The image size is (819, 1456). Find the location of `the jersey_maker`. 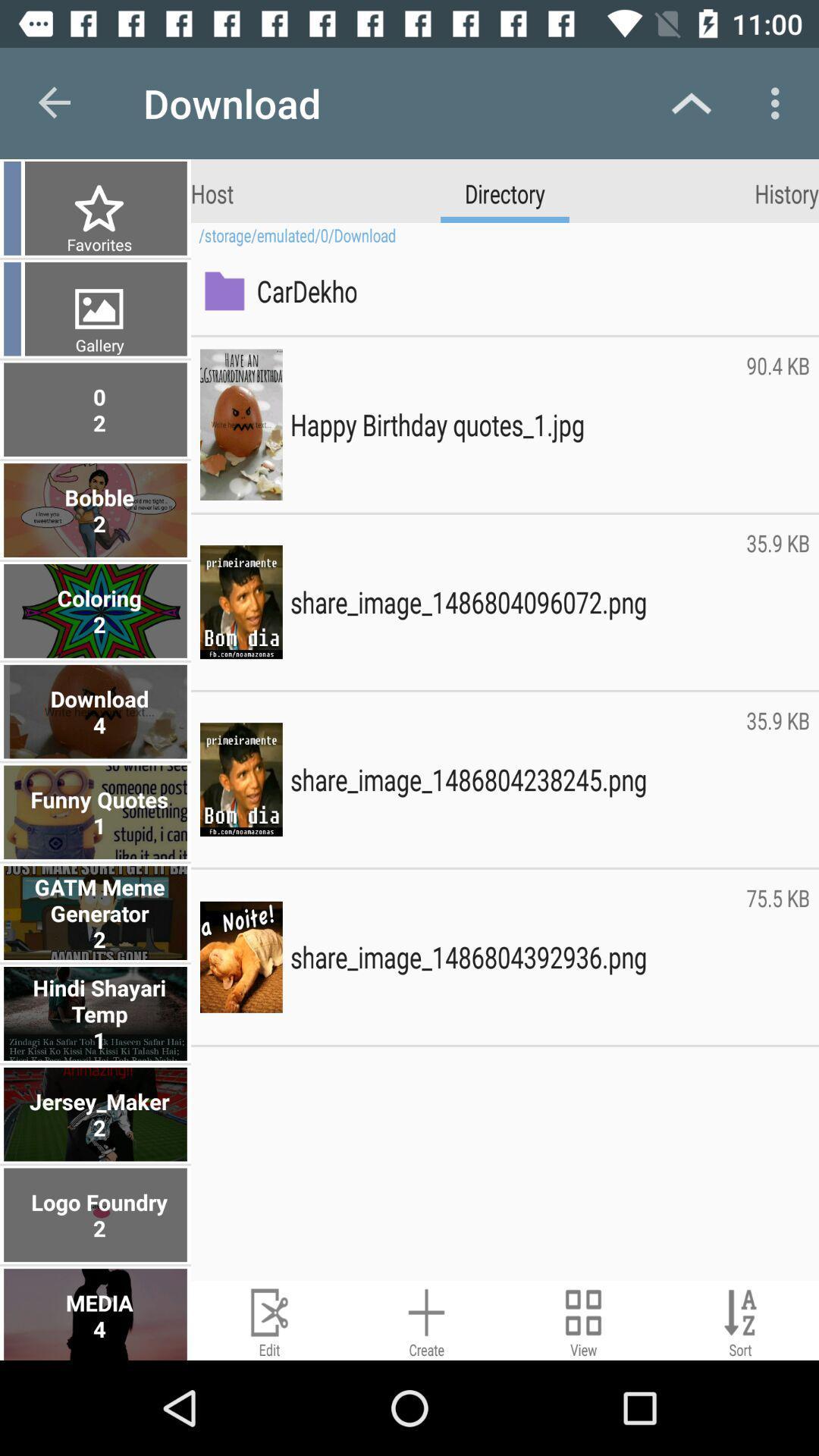

the jersey_maker is located at coordinates (97, 1114).